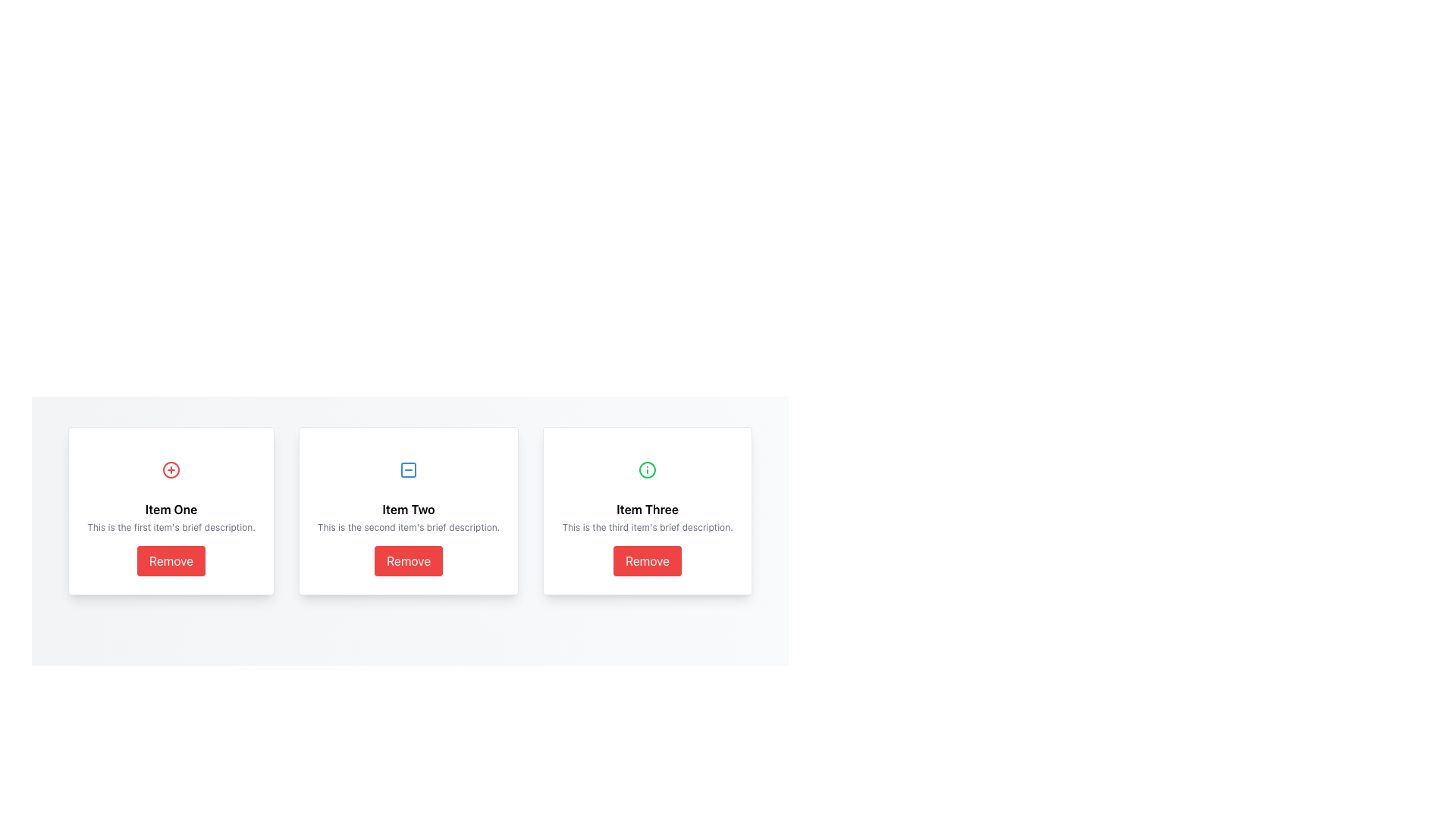 The image size is (1456, 819). What do you see at coordinates (409, 509) in the screenshot?
I see `the text label displaying 'Item Two'` at bounding box center [409, 509].